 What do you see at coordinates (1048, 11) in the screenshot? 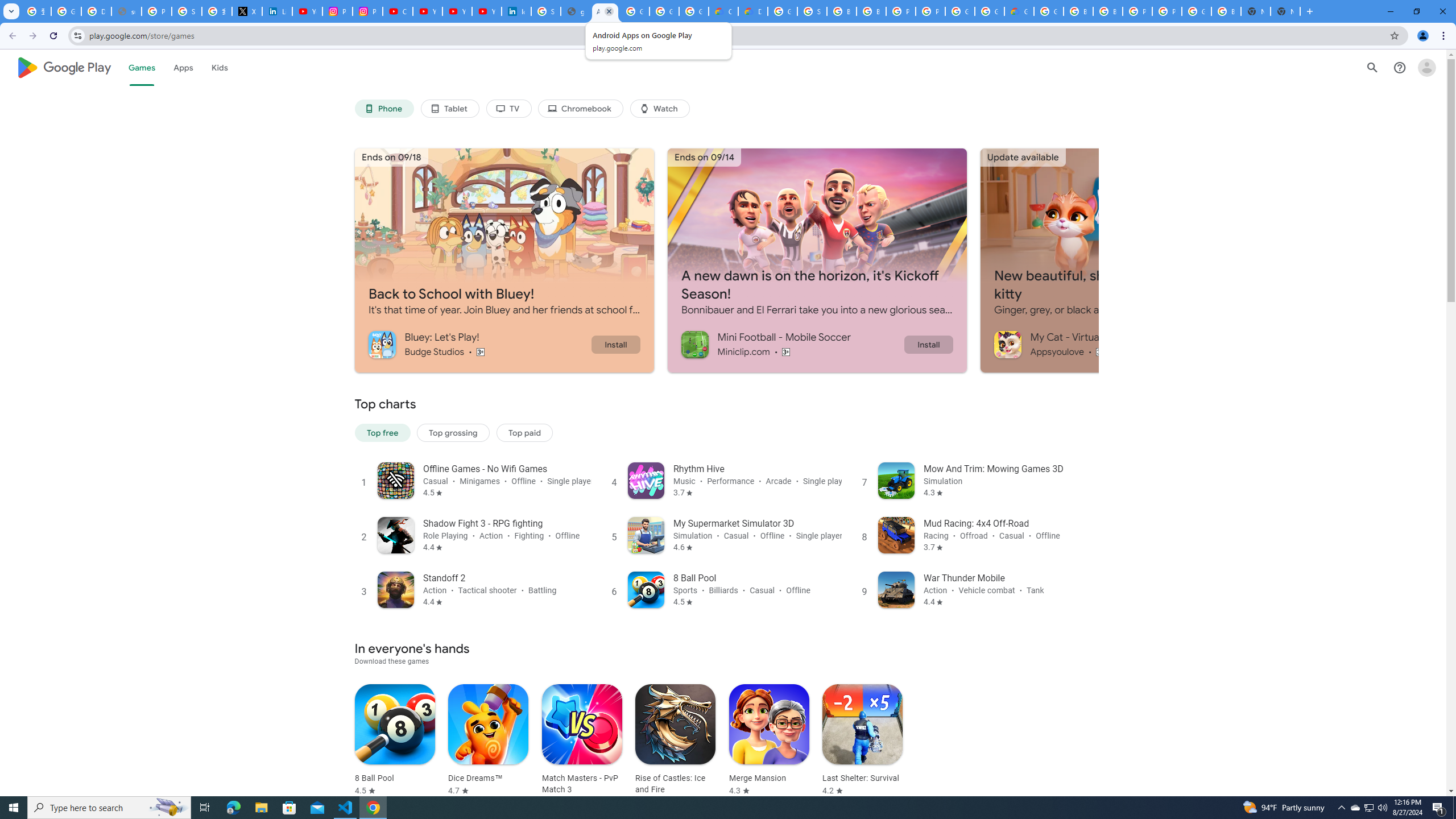
I see `'Google Cloud Platform'` at bounding box center [1048, 11].